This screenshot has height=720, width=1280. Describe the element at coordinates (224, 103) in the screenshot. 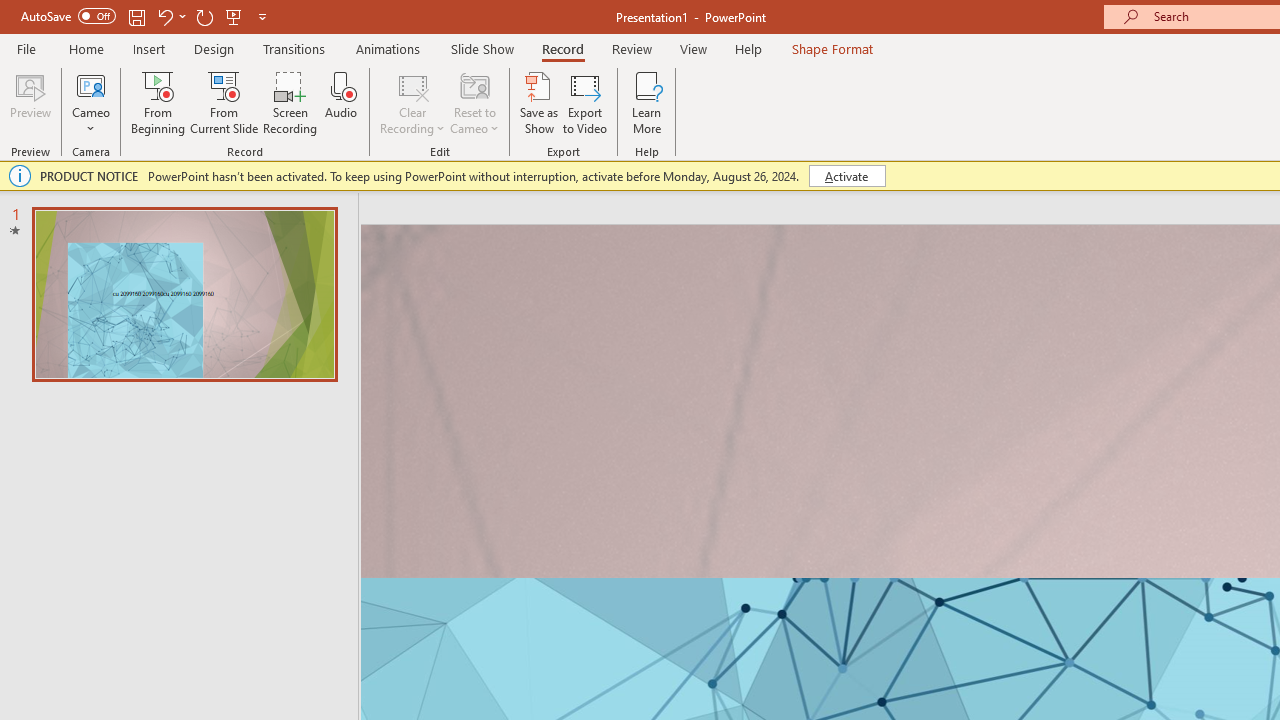

I see `'From Current Slide...'` at that location.